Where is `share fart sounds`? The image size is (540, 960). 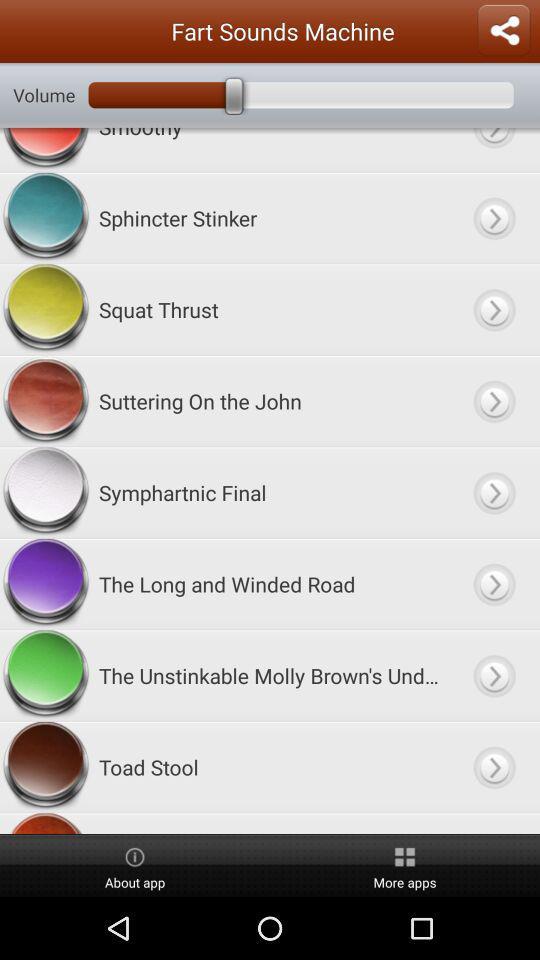 share fart sounds is located at coordinates (502, 30).